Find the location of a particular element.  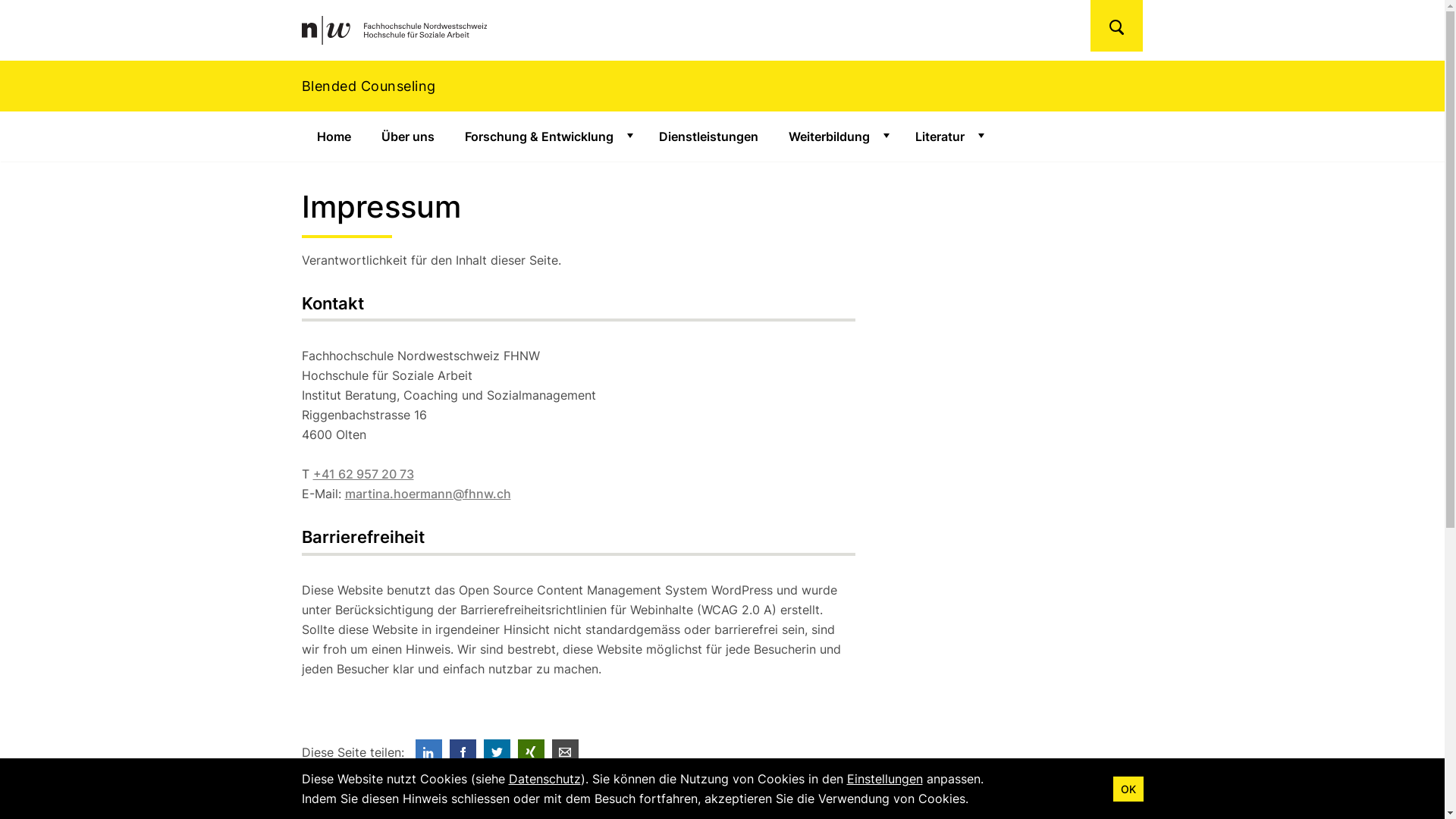

'Via E-Mail teilen' is located at coordinates (564, 752).